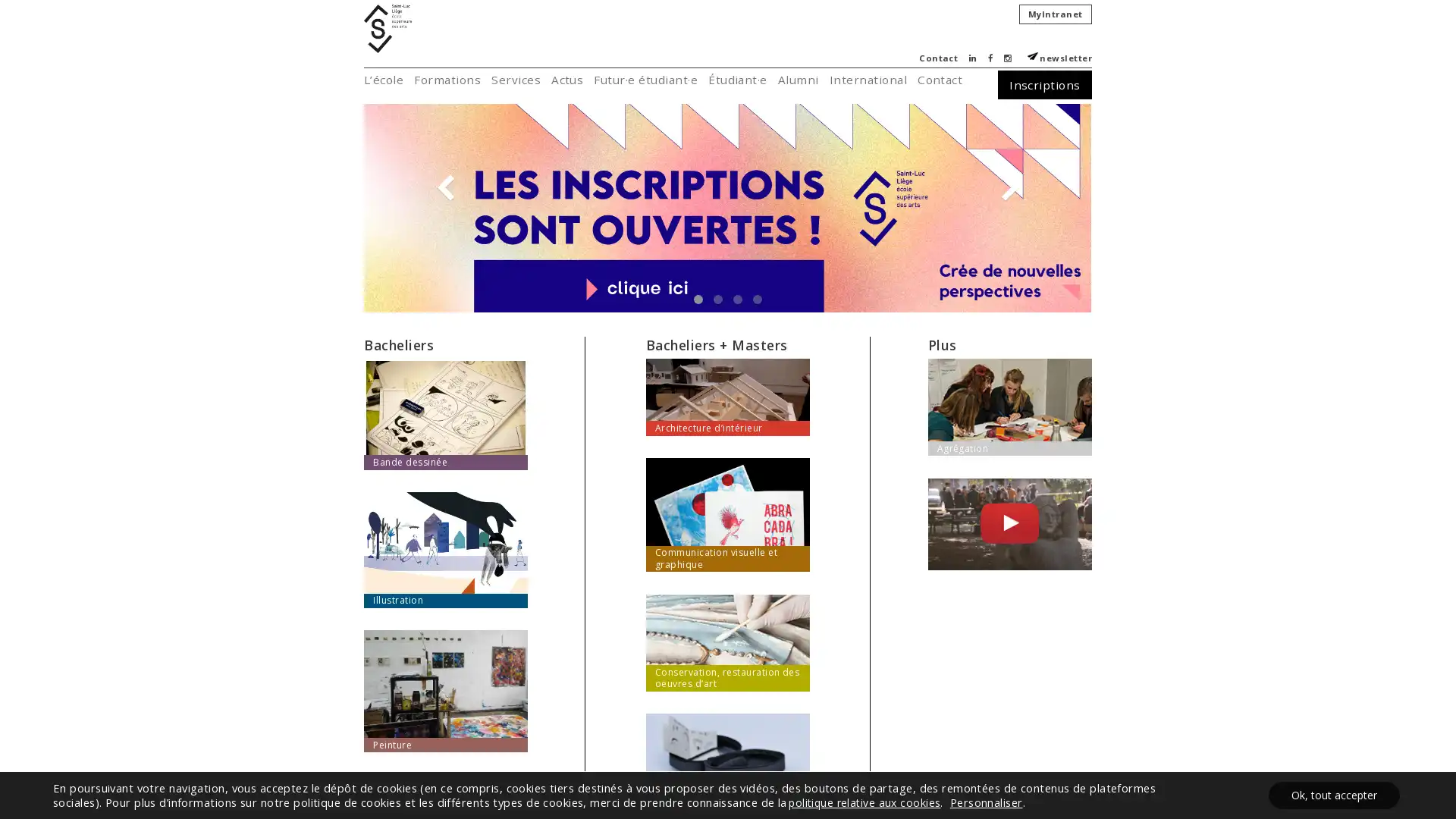 The height and width of the screenshot is (819, 1456). Describe the element at coordinates (1333, 795) in the screenshot. I see `Ok, tout accepter` at that location.